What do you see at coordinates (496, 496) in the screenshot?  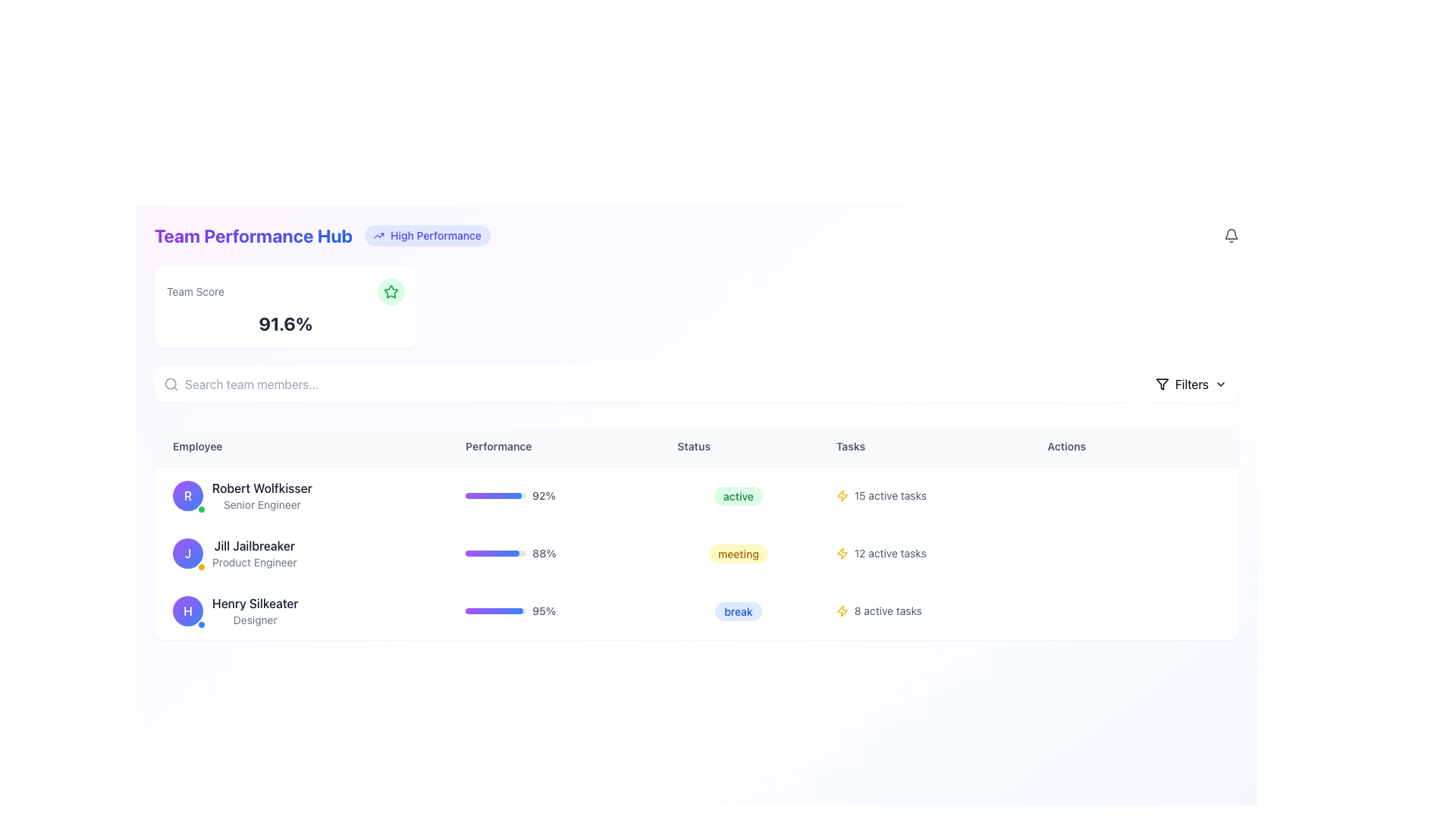 I see `the Progress Bar representing the performance metric for Robert Wolfkisser, which visually indicates a completion percentage of 92%` at bounding box center [496, 496].